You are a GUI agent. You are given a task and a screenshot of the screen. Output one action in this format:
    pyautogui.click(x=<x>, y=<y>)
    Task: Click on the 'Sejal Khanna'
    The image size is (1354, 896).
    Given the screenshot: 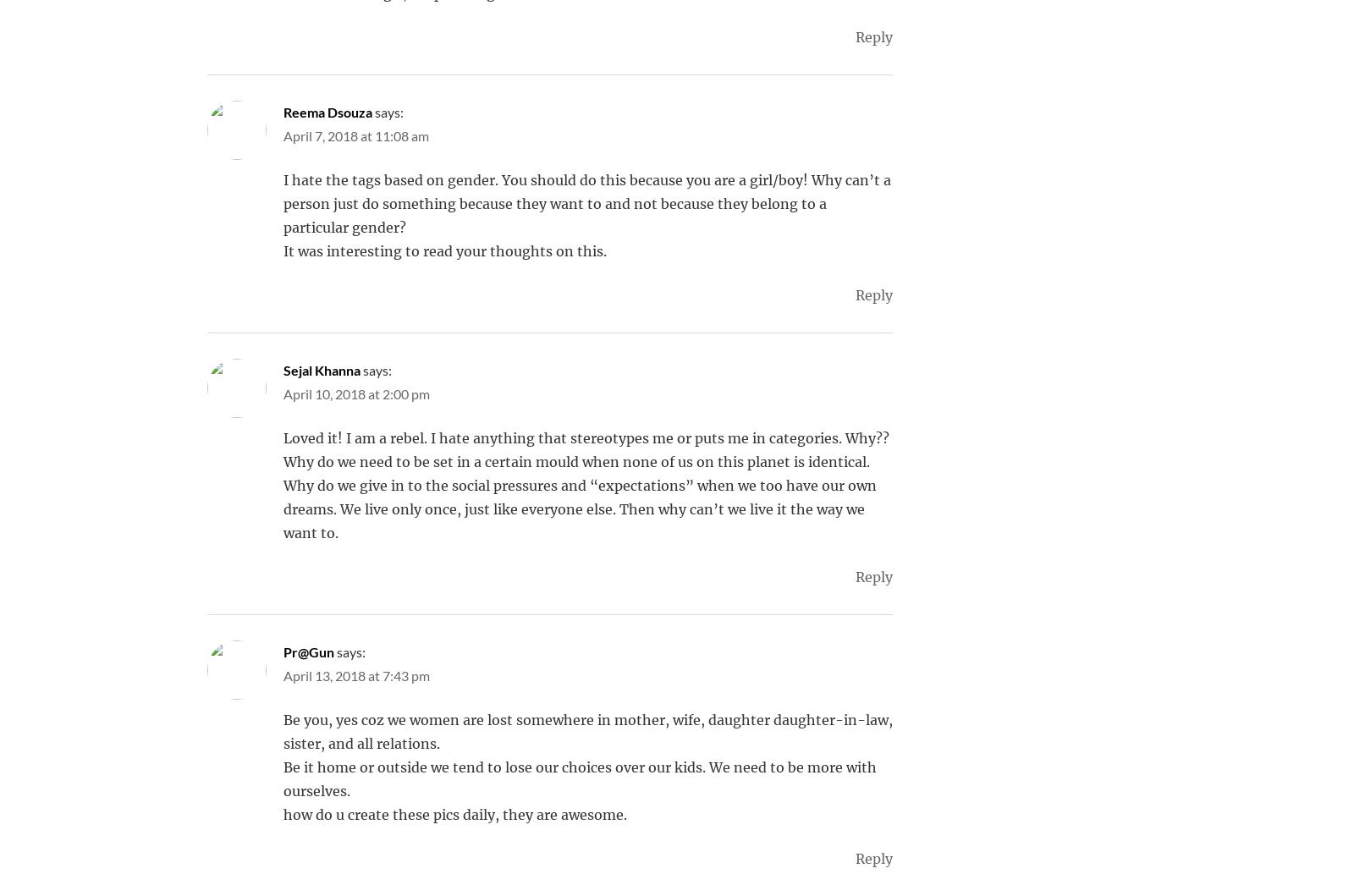 What is the action you would take?
    pyautogui.click(x=322, y=370)
    